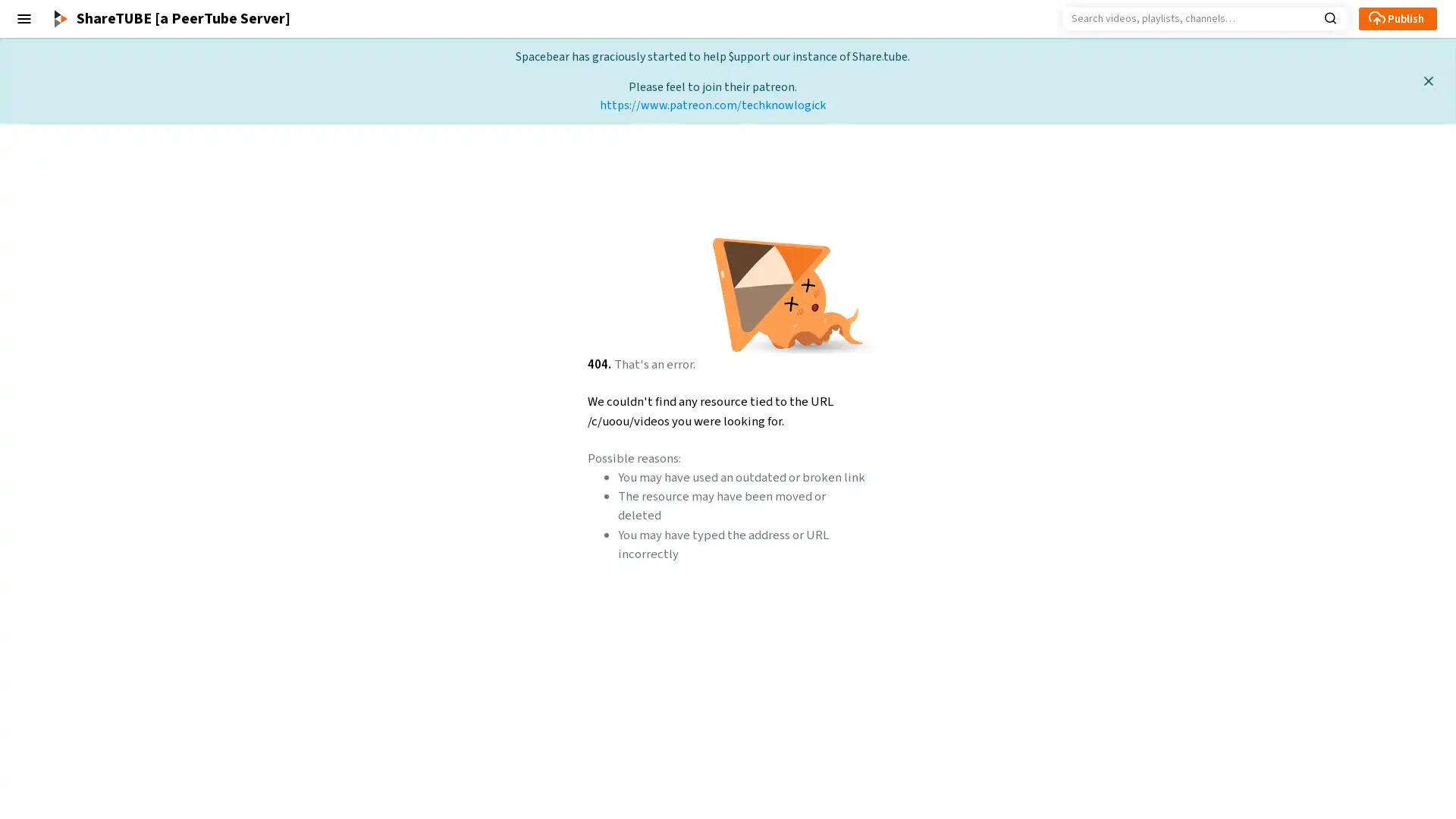 The image size is (1456, 819). I want to click on Search, so click(1329, 17).